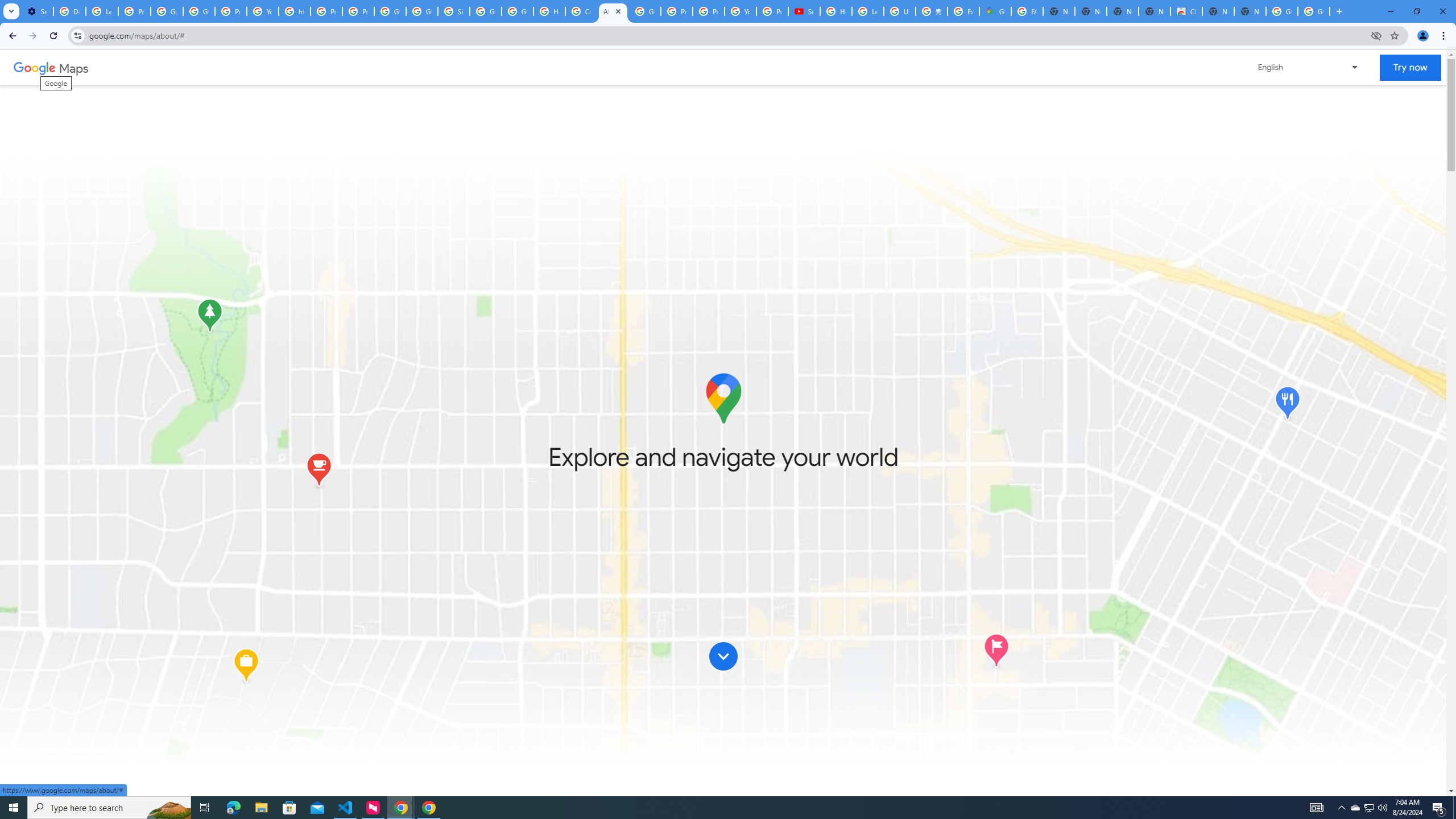 The width and height of the screenshot is (1456, 819). I want to click on 'Explore new street-level details - Google Maps Help', so click(962, 11).